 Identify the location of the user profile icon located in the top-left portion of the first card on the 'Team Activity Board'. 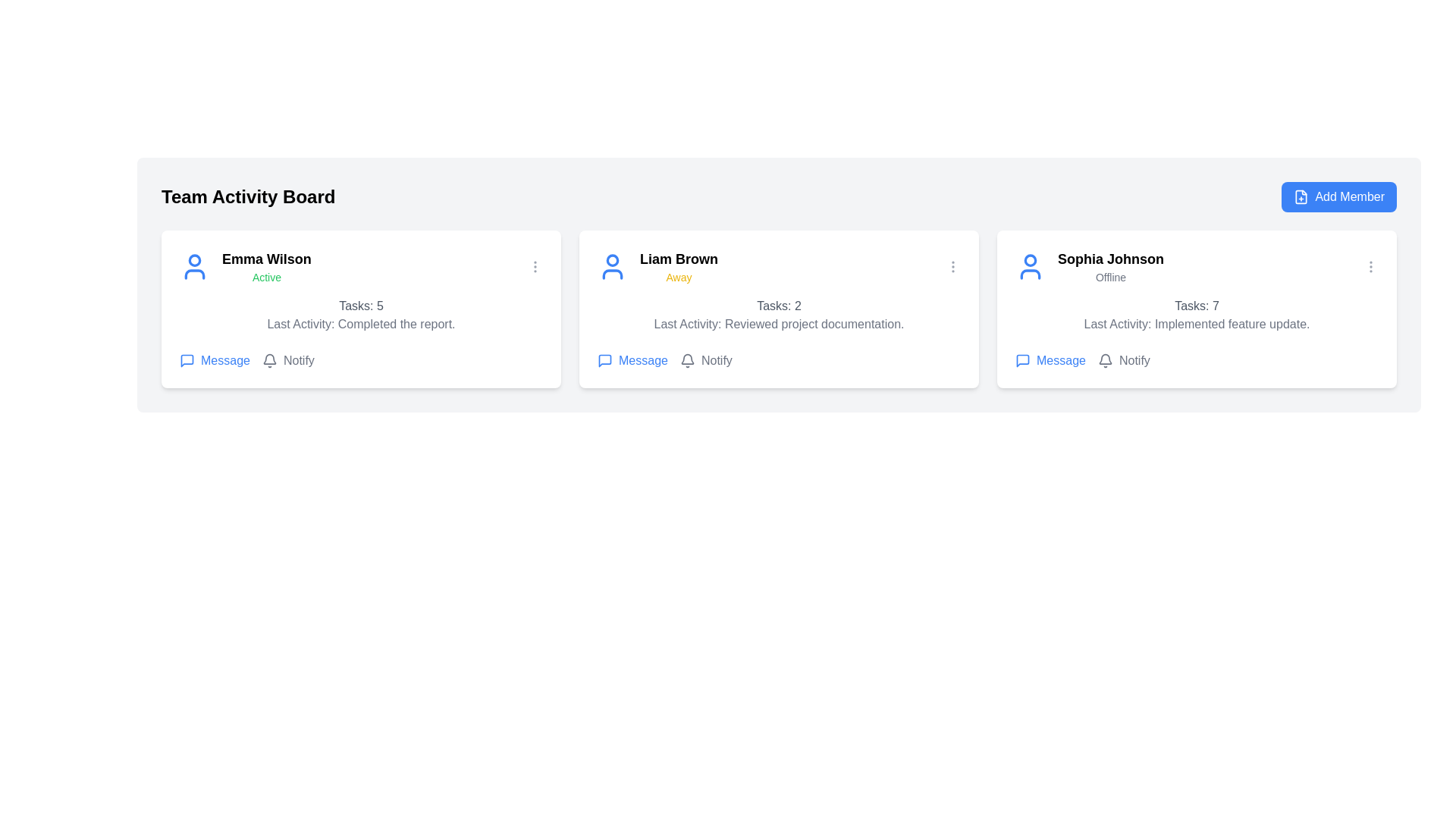
(194, 265).